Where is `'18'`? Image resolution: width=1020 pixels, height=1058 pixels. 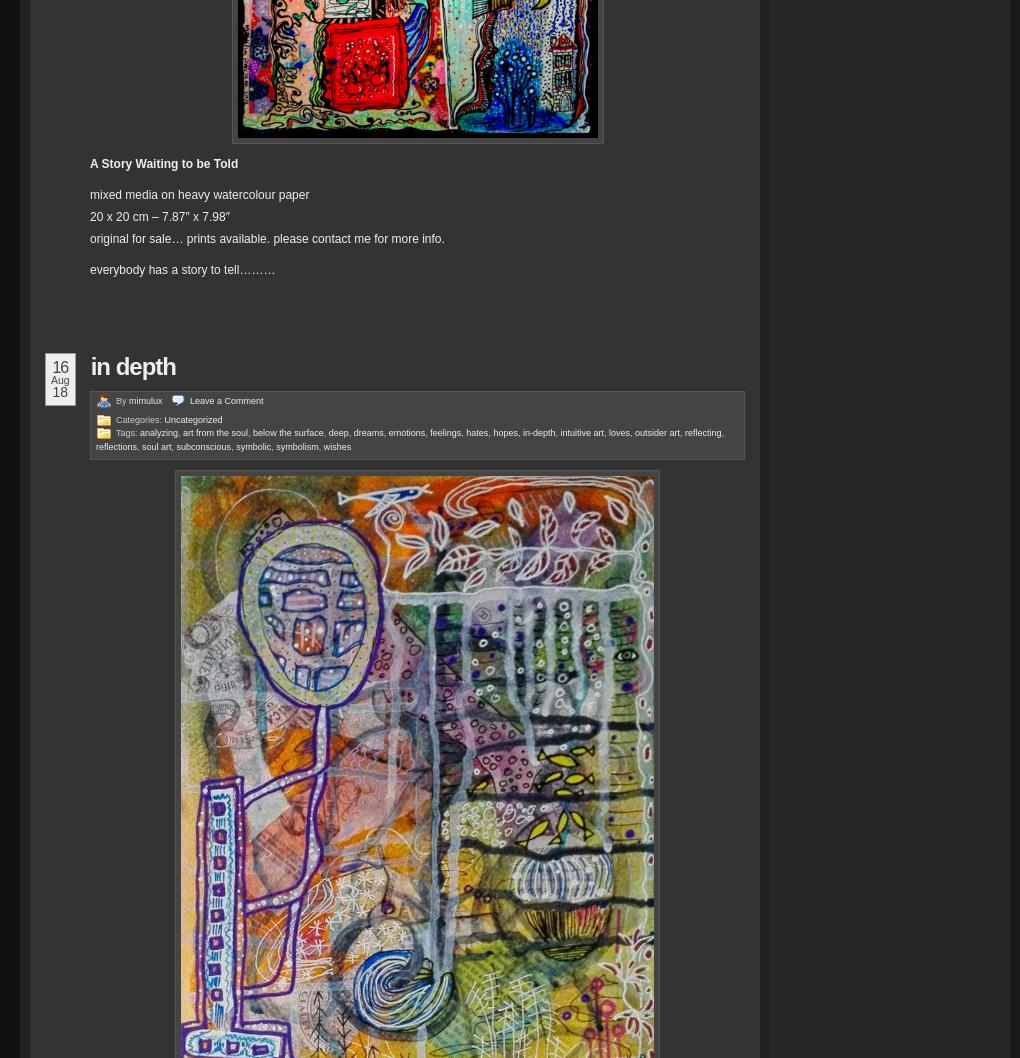
'18' is located at coordinates (59, 391).